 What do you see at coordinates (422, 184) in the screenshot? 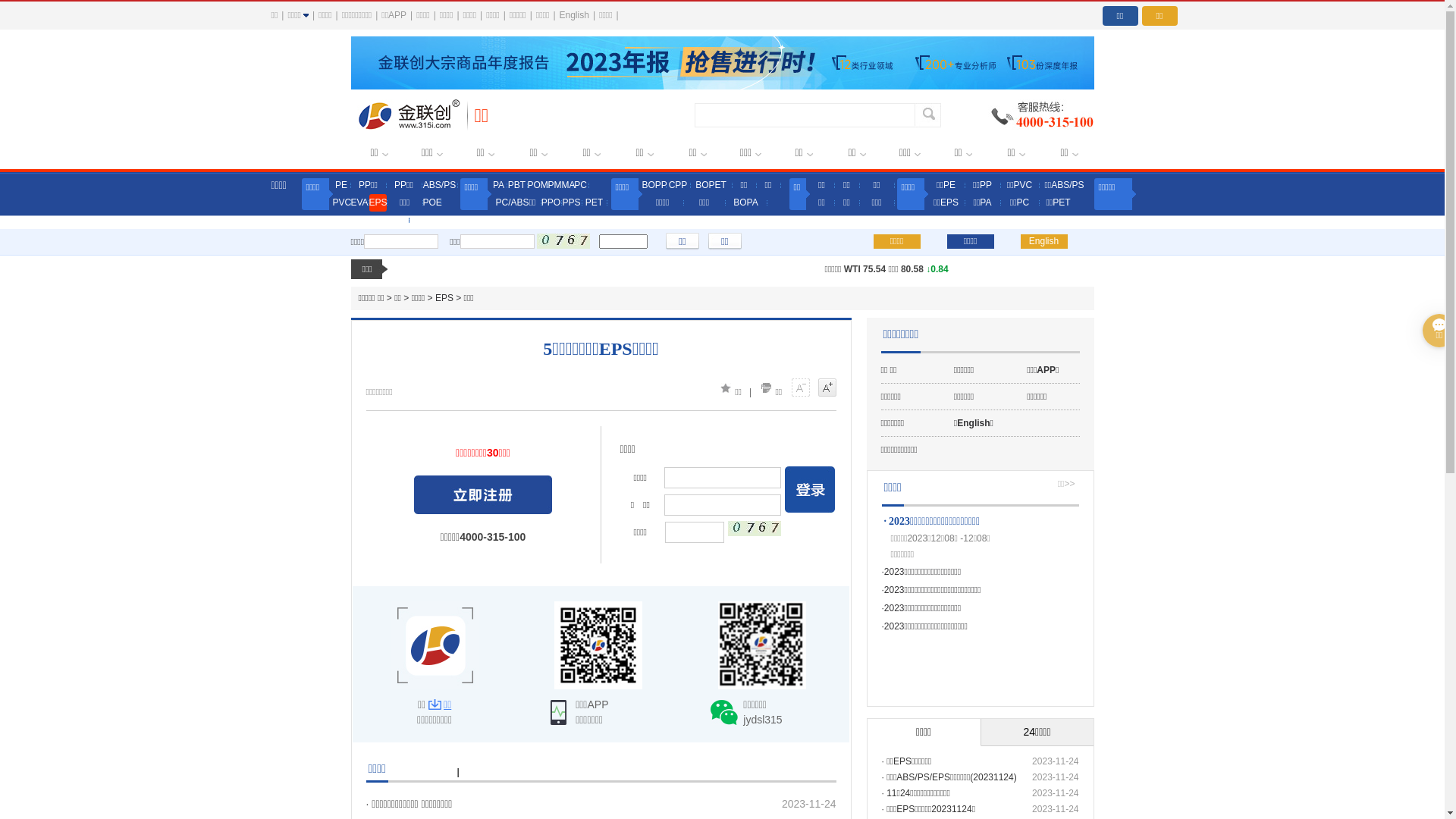
I see `'ABS/PS'` at bounding box center [422, 184].